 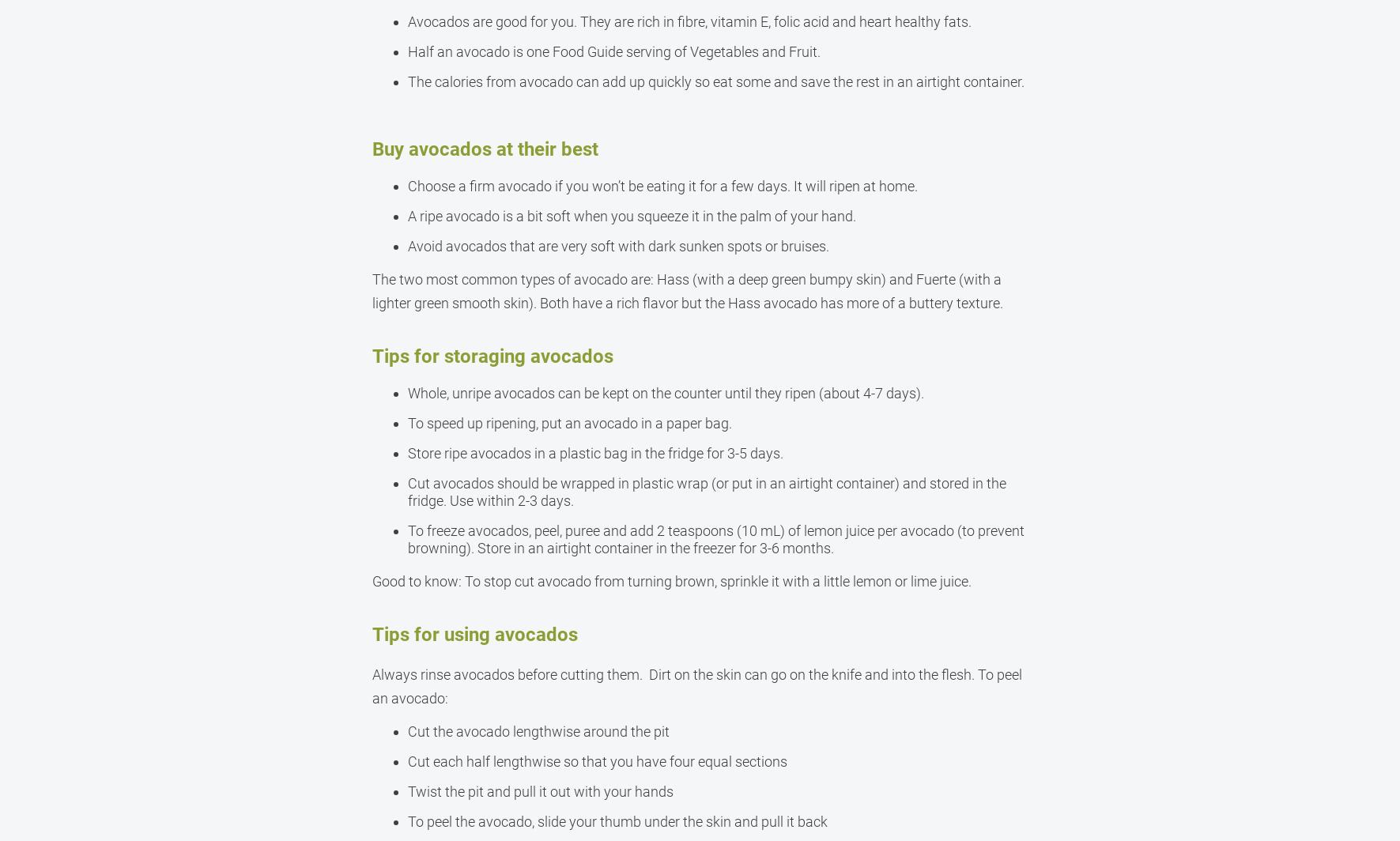 I want to click on 'Avoid avocados that are very soft with dark sunken spots or bruises.', so click(x=406, y=246).